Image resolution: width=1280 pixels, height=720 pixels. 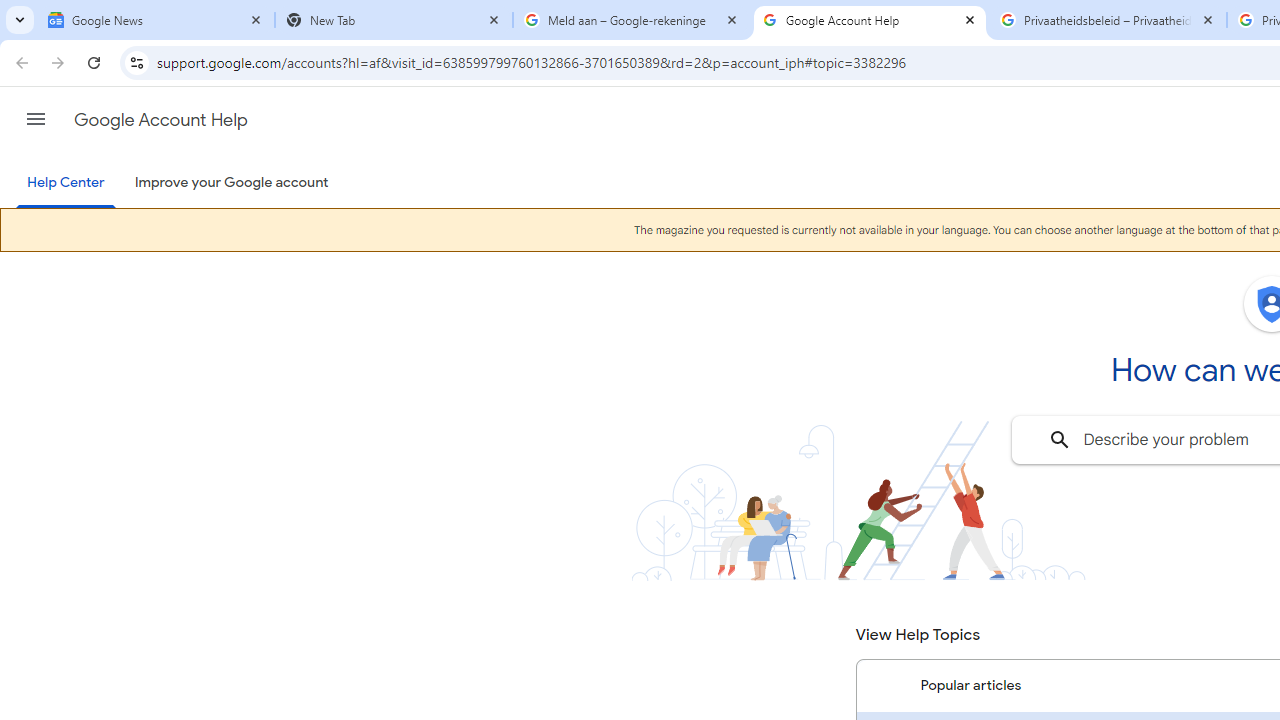 What do you see at coordinates (394, 20) in the screenshot?
I see `'New Tab'` at bounding box center [394, 20].